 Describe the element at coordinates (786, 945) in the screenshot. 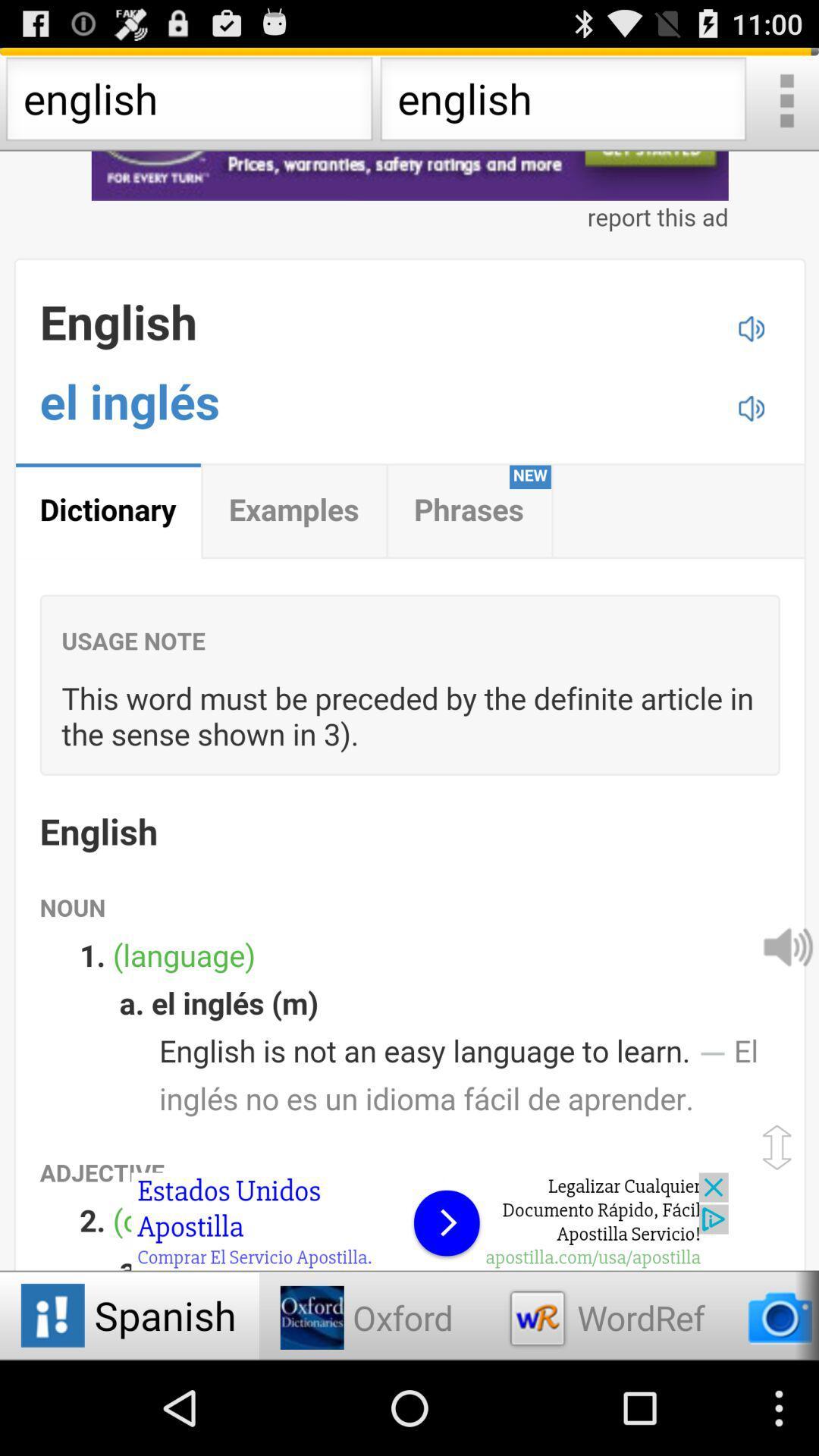

I see `sound` at that location.